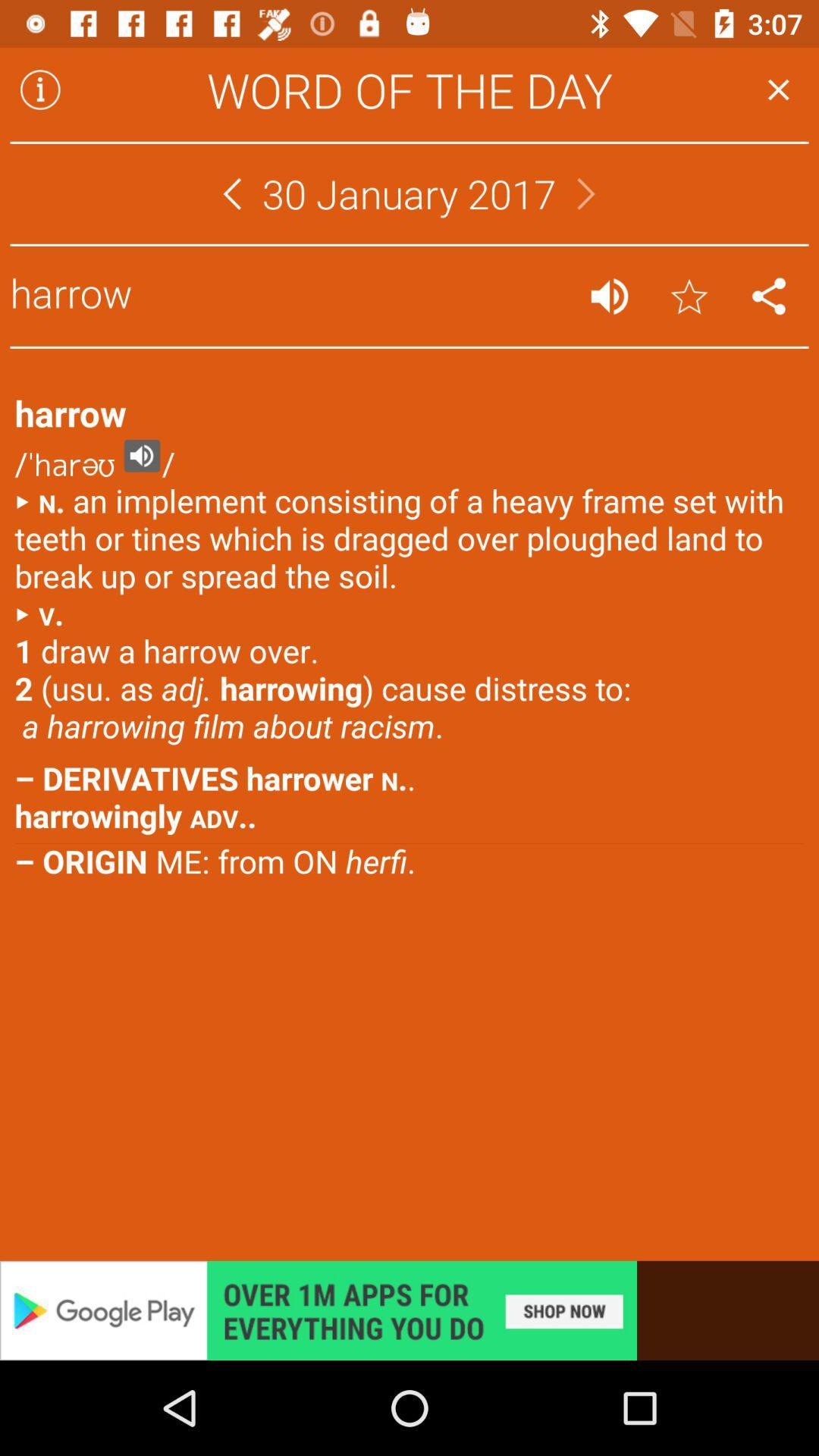 This screenshot has width=819, height=1456. I want to click on as favorite, so click(689, 296).